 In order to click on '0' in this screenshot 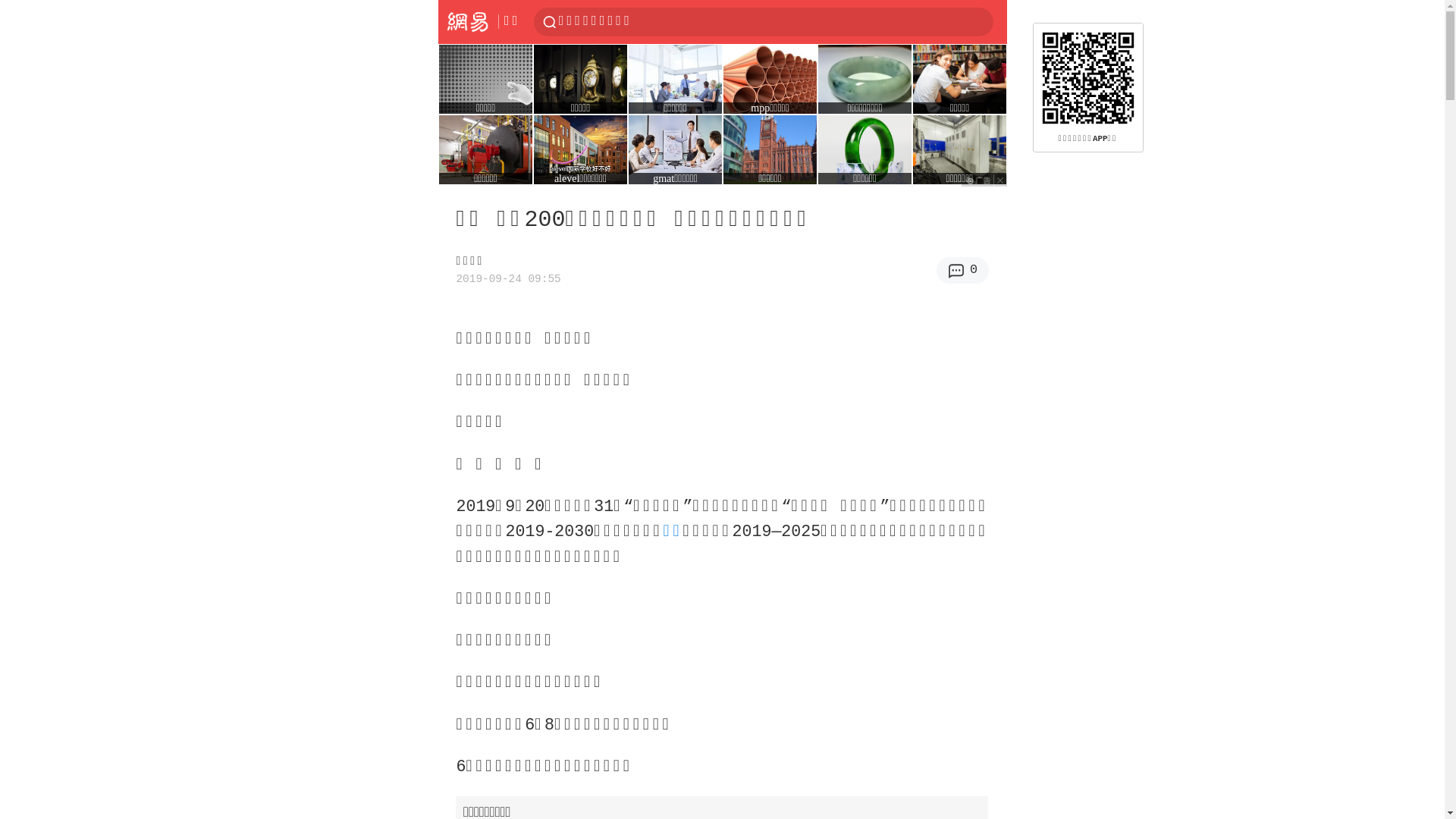, I will do `click(962, 269)`.